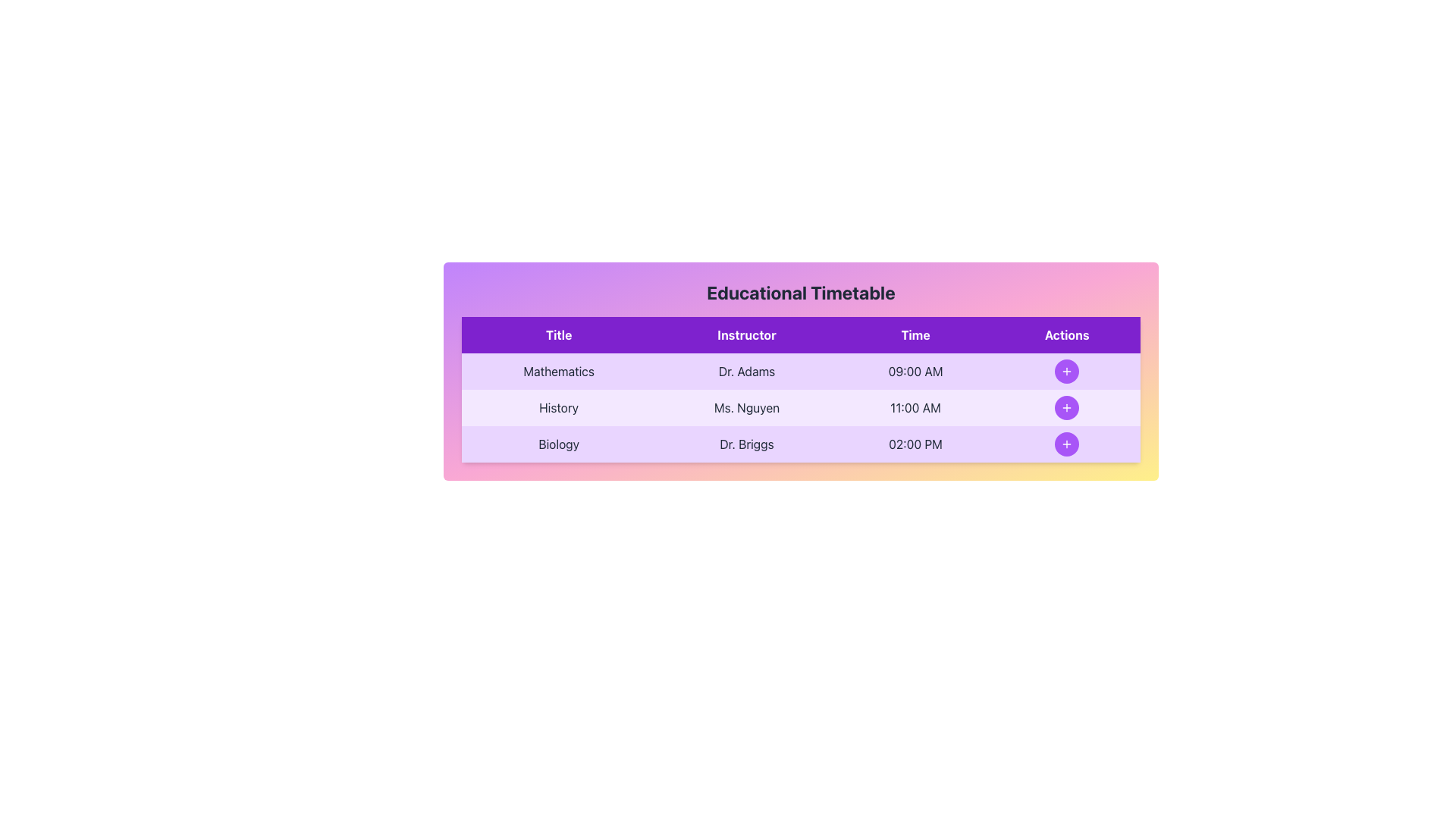 This screenshot has height=819, width=1456. Describe the element at coordinates (800, 406) in the screenshot. I see `the second row of the table that contains the subject 'History', instructor 'Ms. Nguyen', and time '11:00 AM'` at that location.